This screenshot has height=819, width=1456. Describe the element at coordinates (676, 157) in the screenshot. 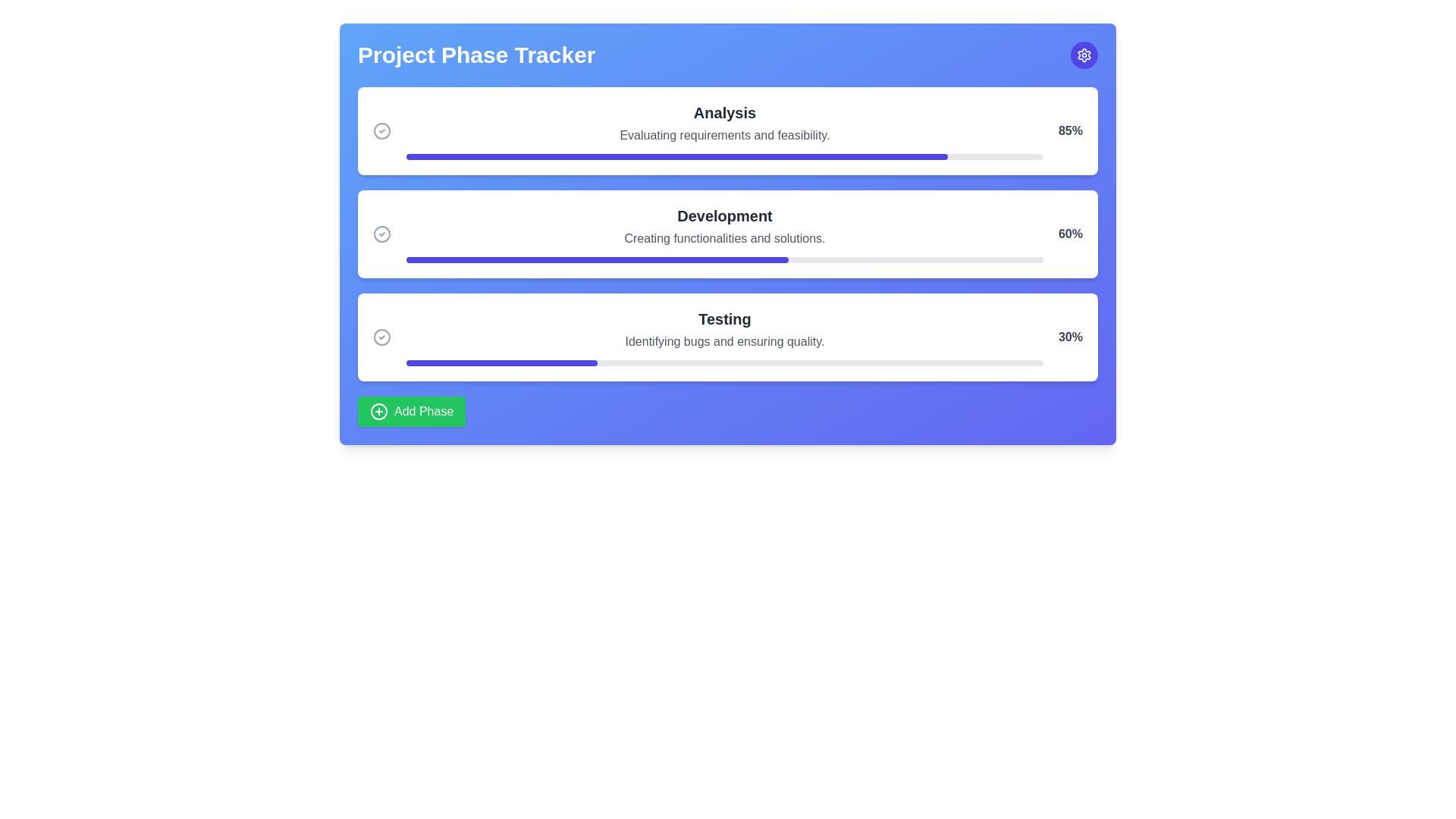

I see `the progress bar indicating the 'Analysis' phase, which is positioned at the top of the three progress bars in the interface` at that location.